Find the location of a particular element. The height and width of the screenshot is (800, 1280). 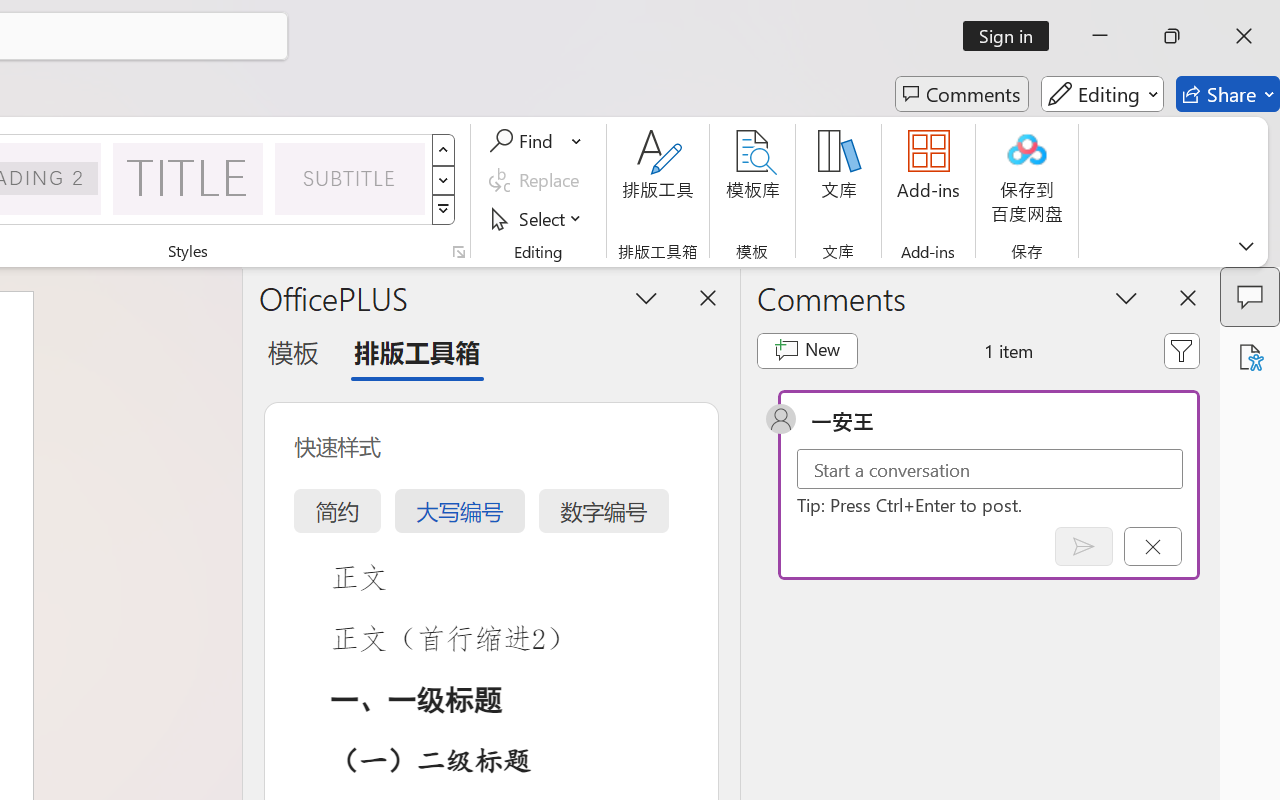

'Cancel' is located at coordinates (1152, 546).